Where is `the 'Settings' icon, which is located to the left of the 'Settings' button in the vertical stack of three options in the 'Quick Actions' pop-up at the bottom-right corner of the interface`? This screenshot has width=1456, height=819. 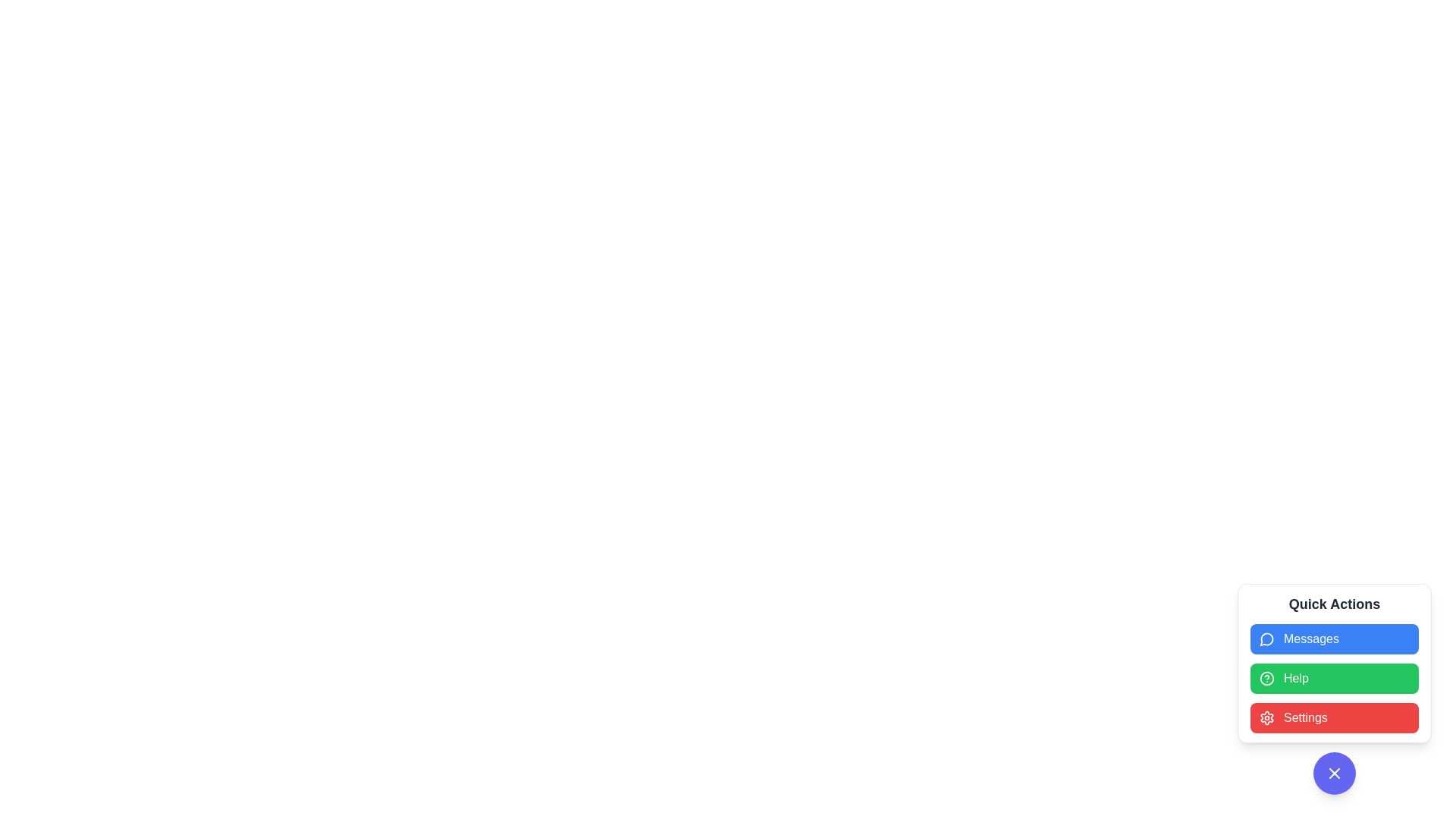 the 'Settings' icon, which is located to the left of the 'Settings' button in the vertical stack of three options in the 'Quick Actions' pop-up at the bottom-right corner of the interface is located at coordinates (1266, 717).